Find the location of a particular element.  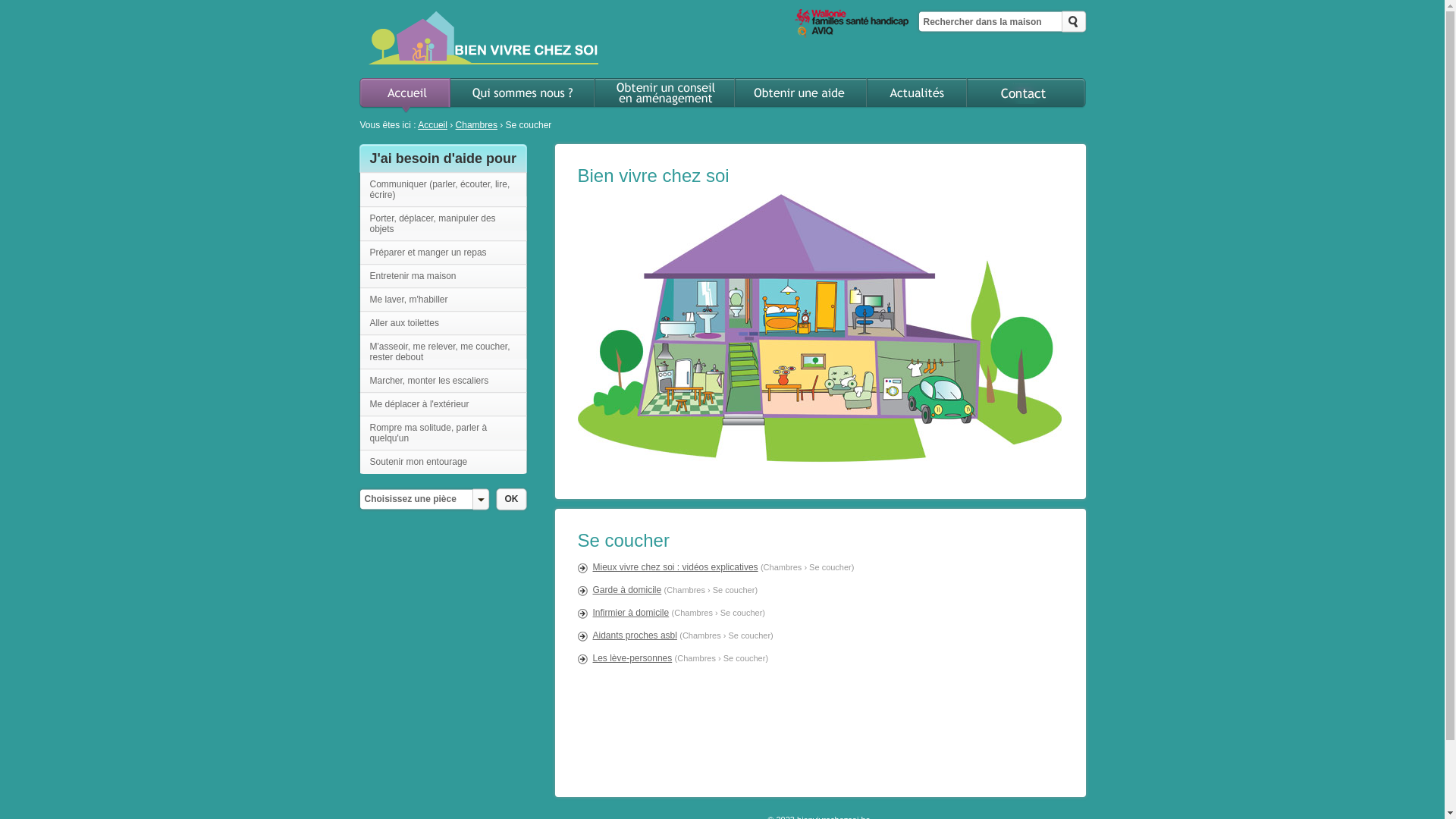

'Contact' is located at coordinates (1027, 94).